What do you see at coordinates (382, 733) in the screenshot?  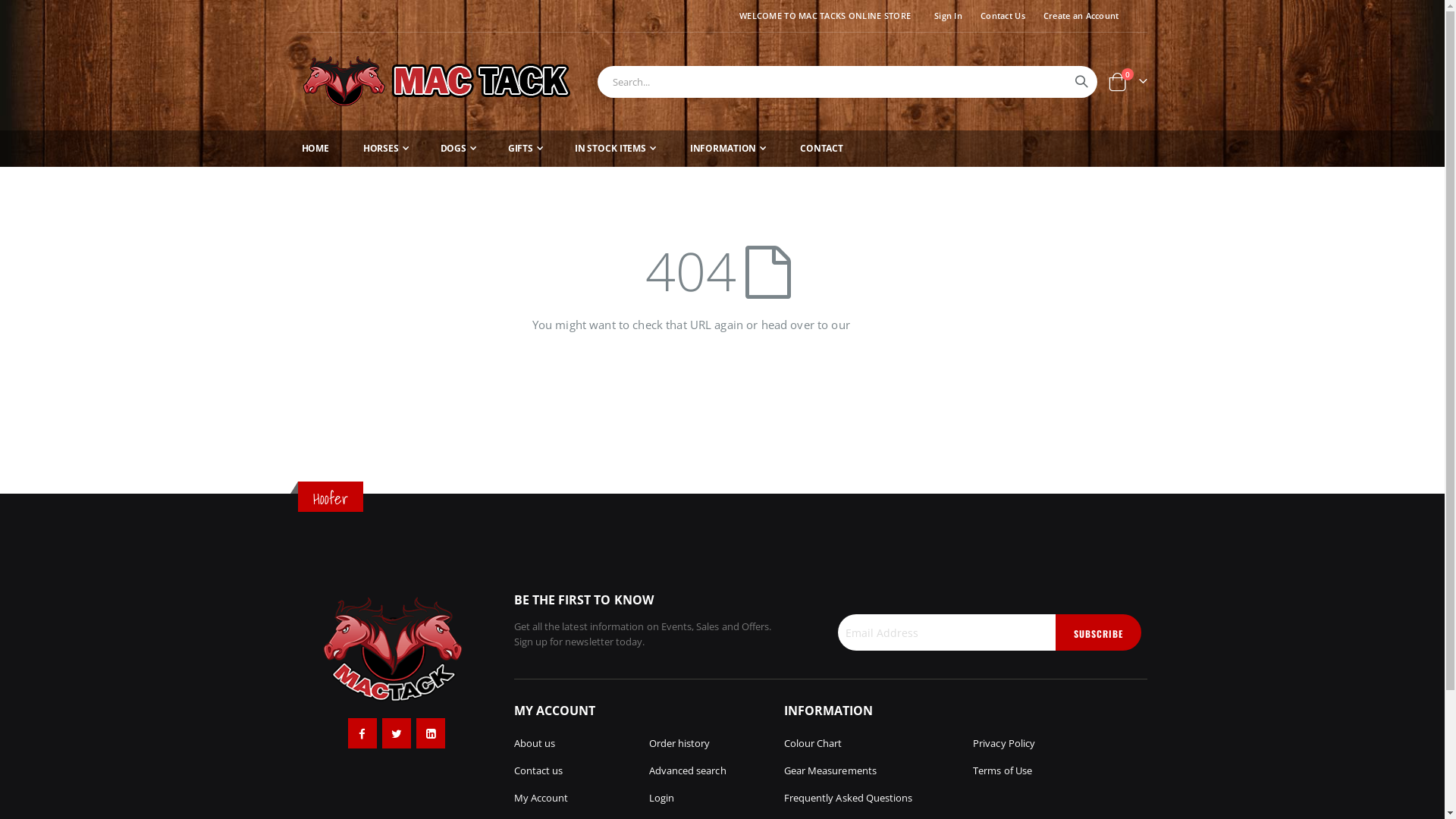 I see `'Twitter'` at bounding box center [382, 733].